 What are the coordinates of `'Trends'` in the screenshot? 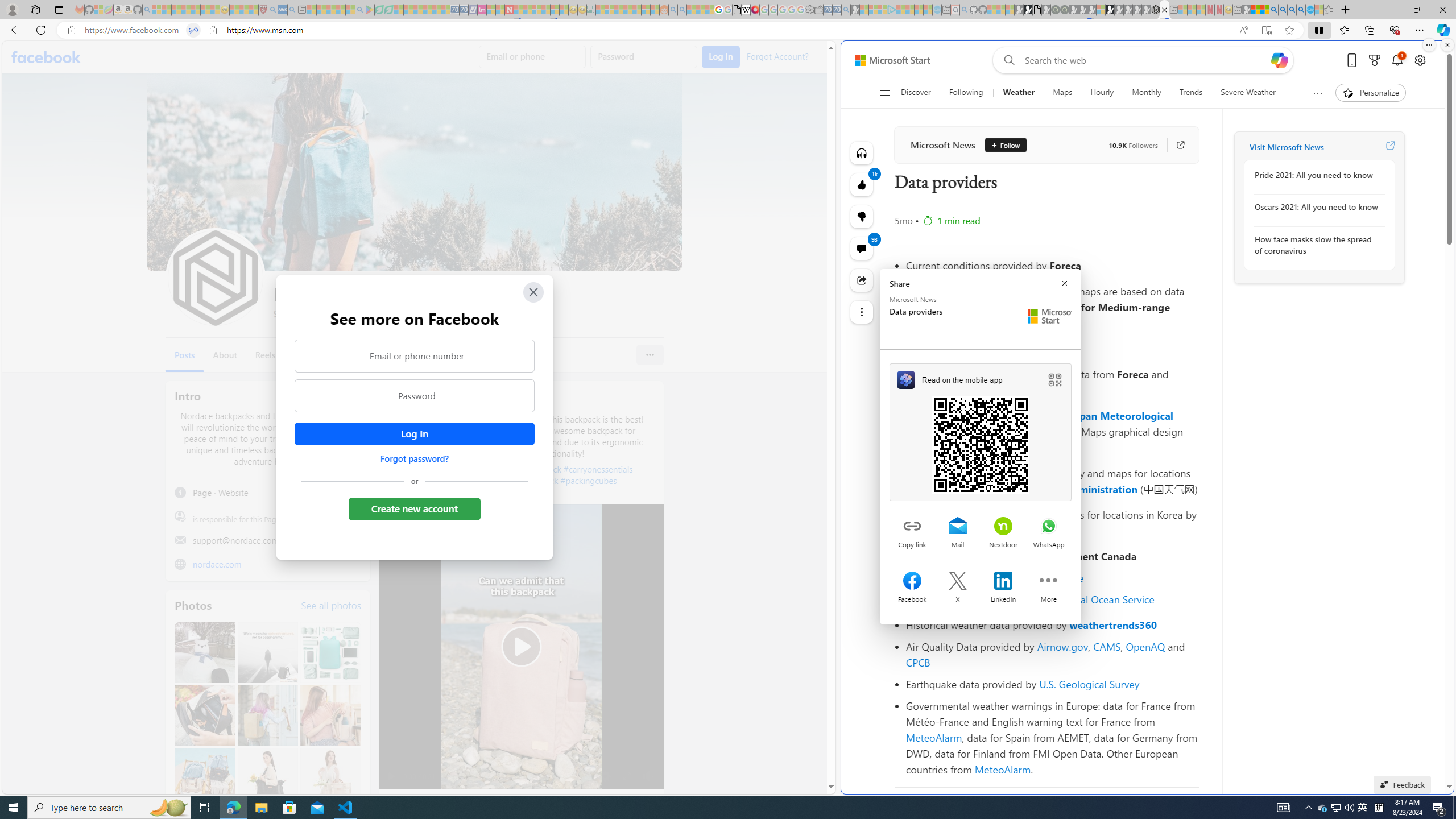 It's located at (1191, 92).